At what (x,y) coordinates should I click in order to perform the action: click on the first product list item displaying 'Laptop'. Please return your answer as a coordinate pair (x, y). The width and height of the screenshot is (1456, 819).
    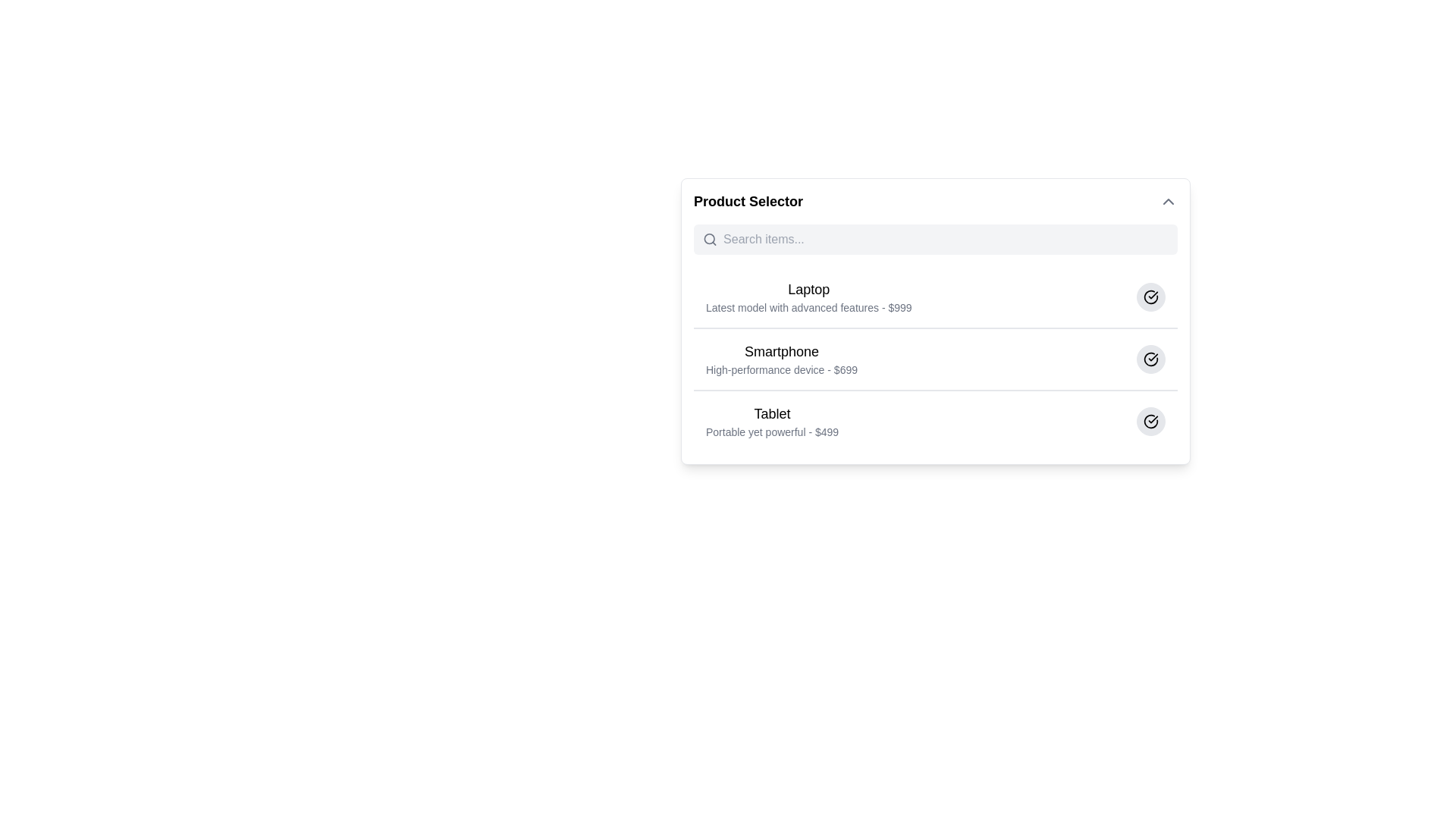
    Looking at the image, I should click on (934, 297).